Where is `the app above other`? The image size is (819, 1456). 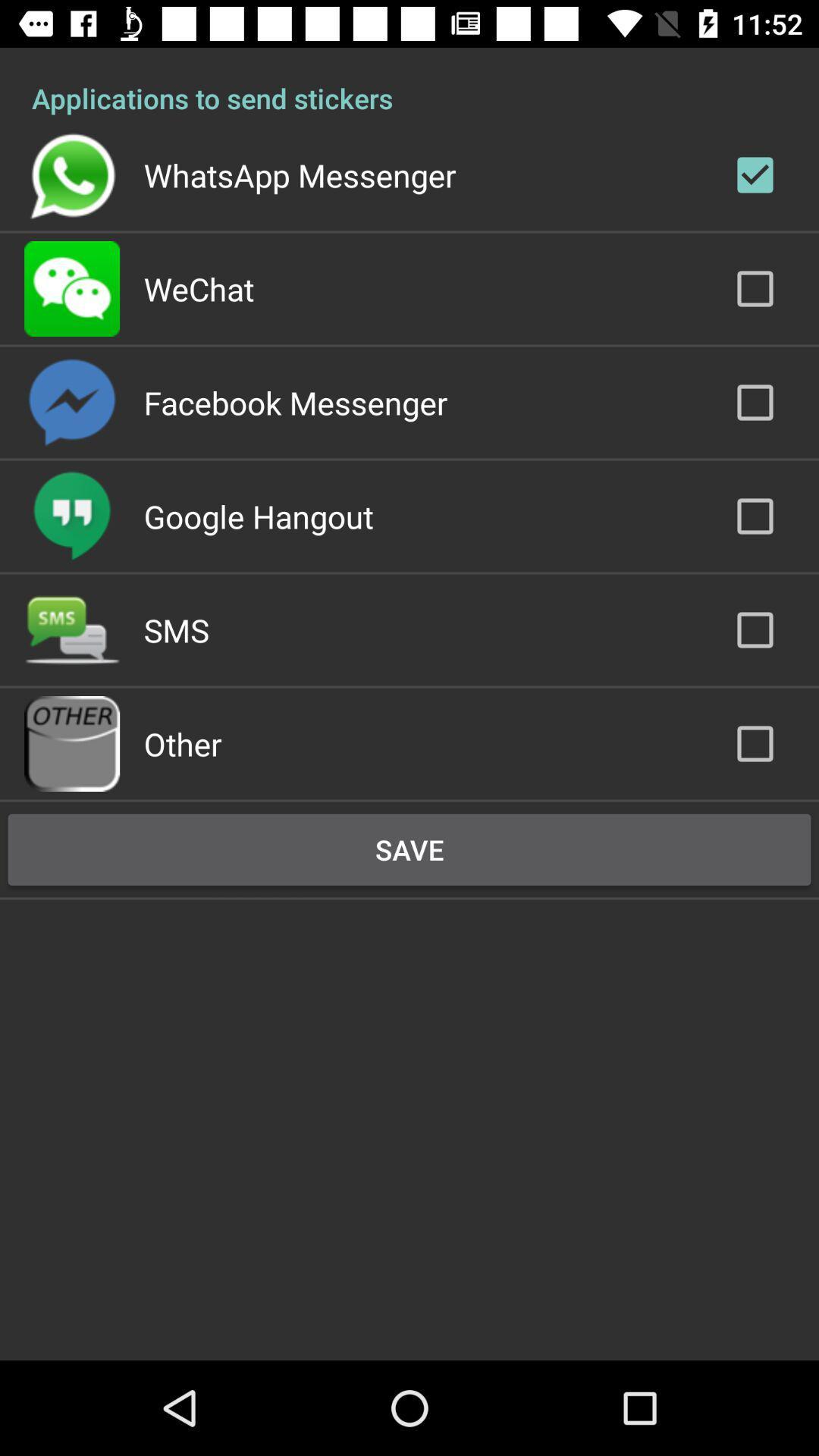
the app above other is located at coordinates (175, 629).